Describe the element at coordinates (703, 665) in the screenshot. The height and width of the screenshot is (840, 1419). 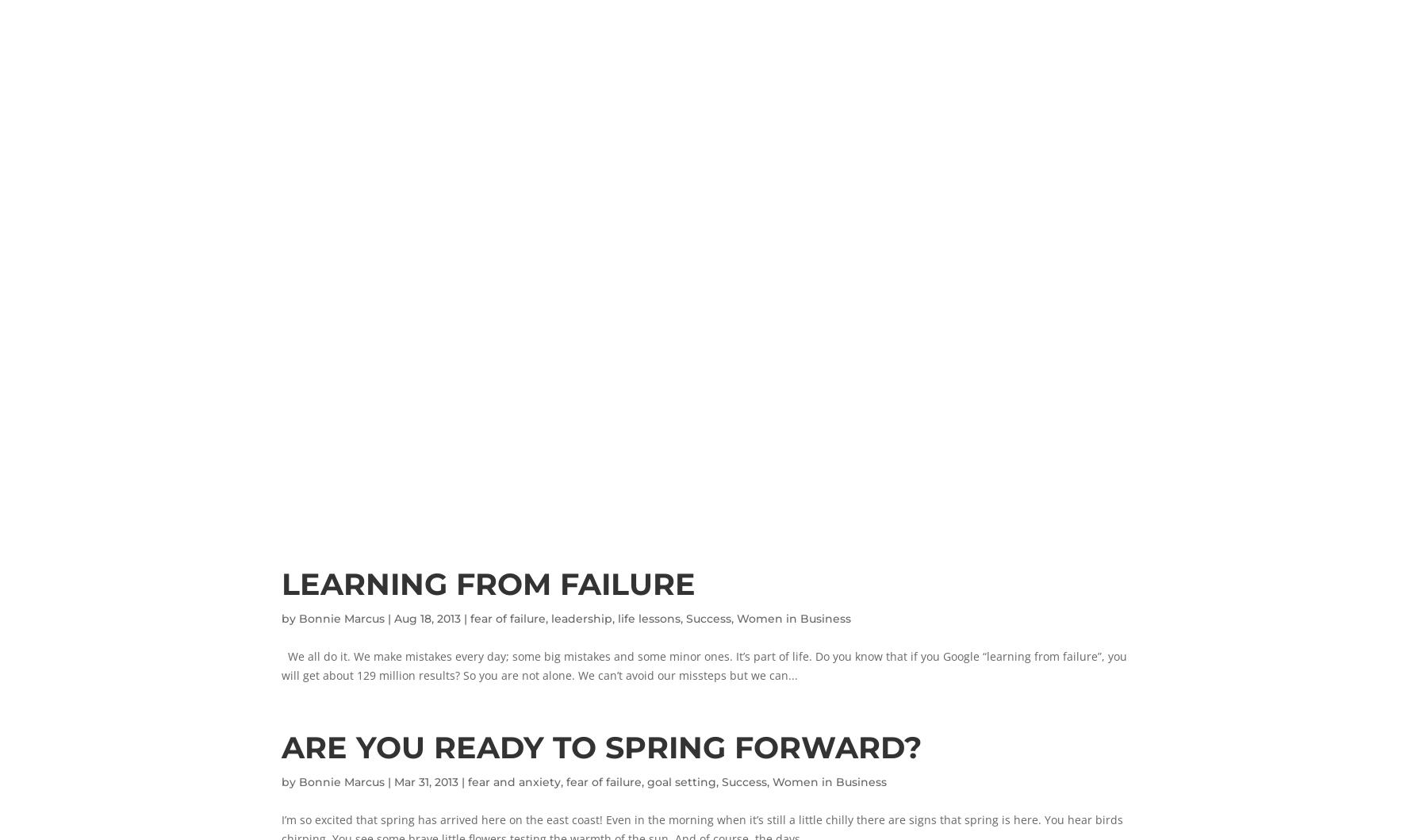
I see `'We all do it. We make mistakes every day; some big mistakes and some minor ones. It’s part of life. Do you know that if you Google “learning from failure”, you will get about 129 million results? So you are not alone. We can’t avoid our missteps but we can...'` at that location.